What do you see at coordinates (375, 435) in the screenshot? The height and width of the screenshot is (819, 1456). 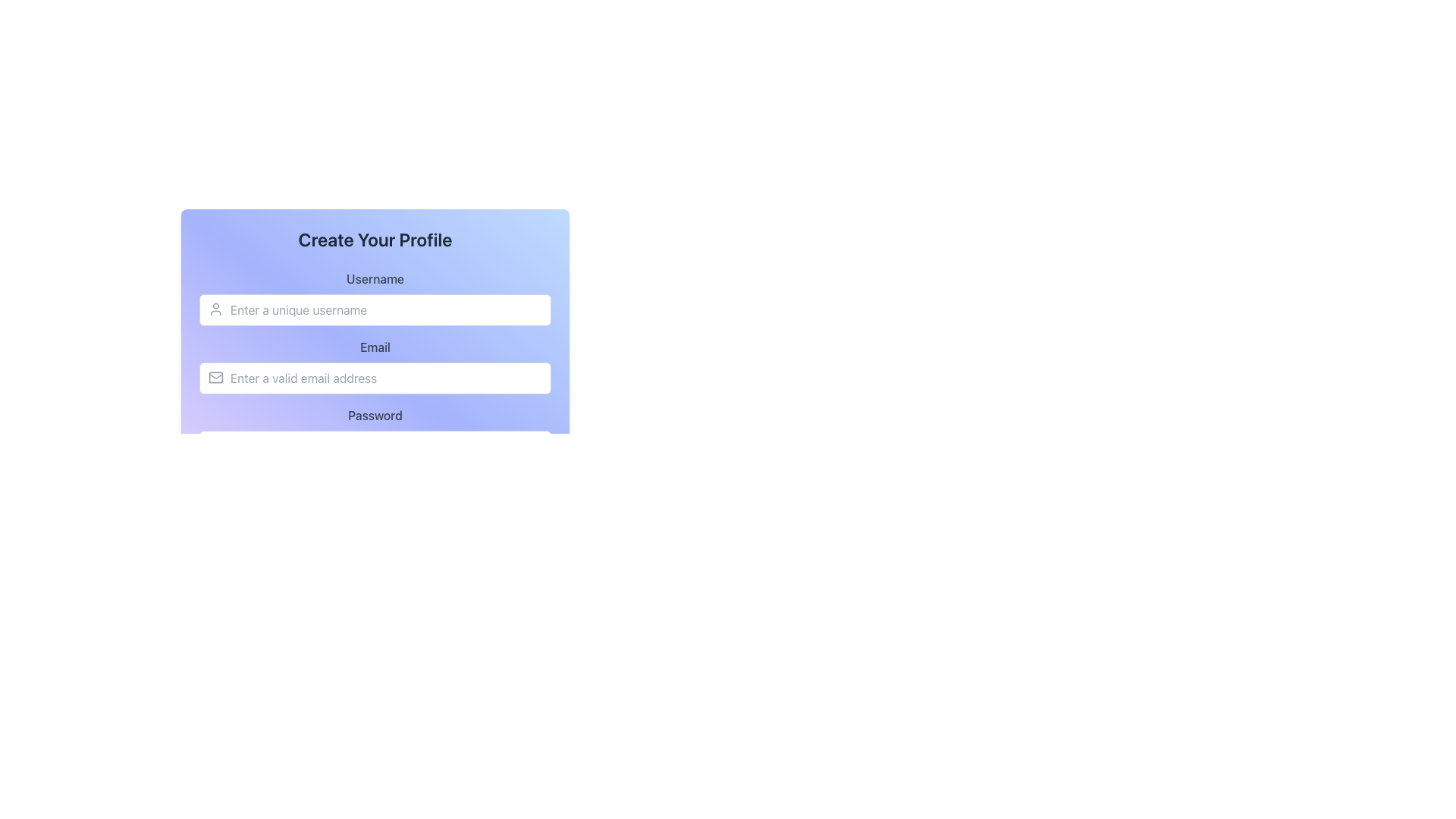 I see `the password input field to select the text within it, as it is the third and bottommost field` at bounding box center [375, 435].